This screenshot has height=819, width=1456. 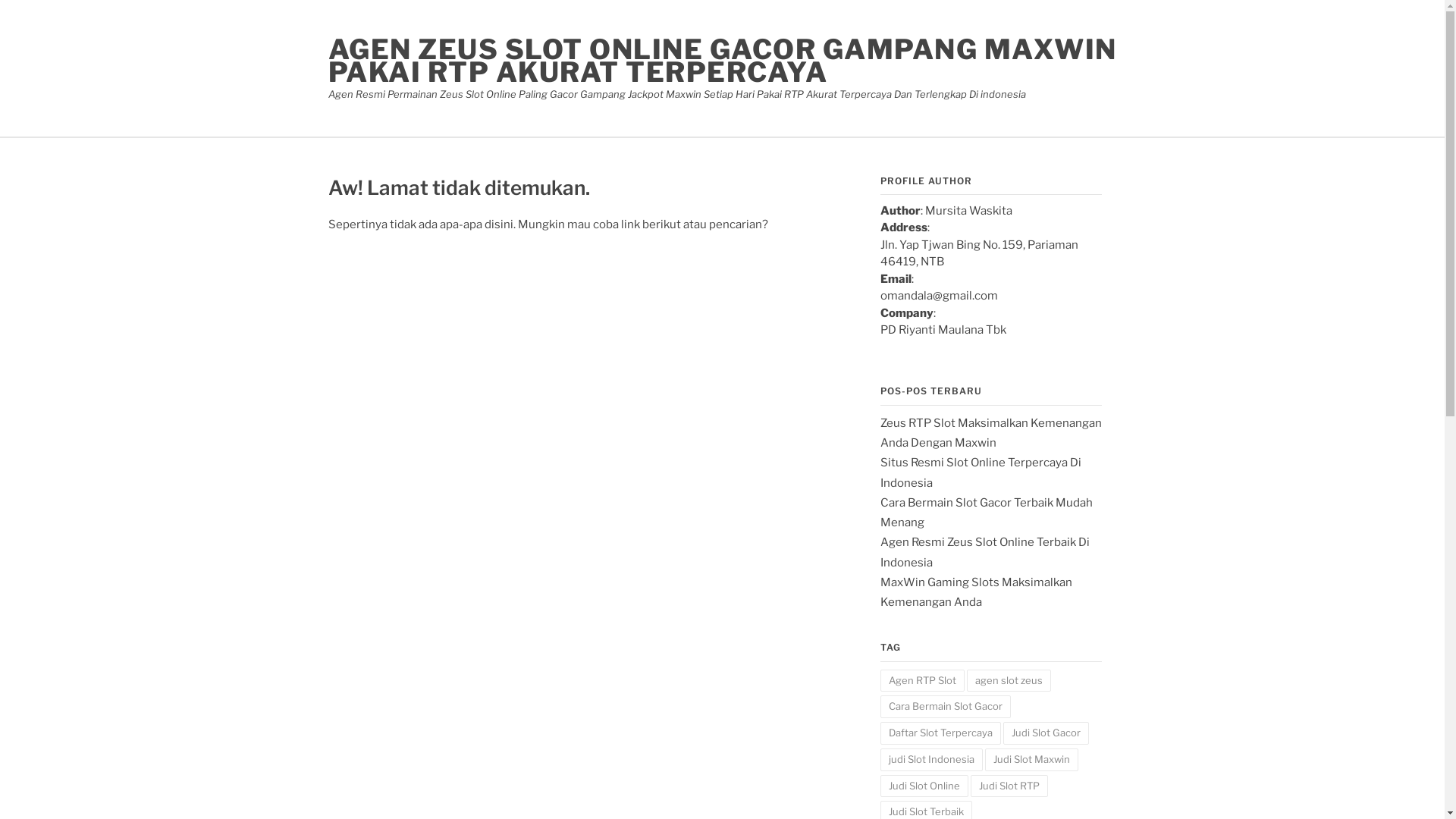 What do you see at coordinates (1044, 733) in the screenshot?
I see `'Judi Slot Gacor'` at bounding box center [1044, 733].